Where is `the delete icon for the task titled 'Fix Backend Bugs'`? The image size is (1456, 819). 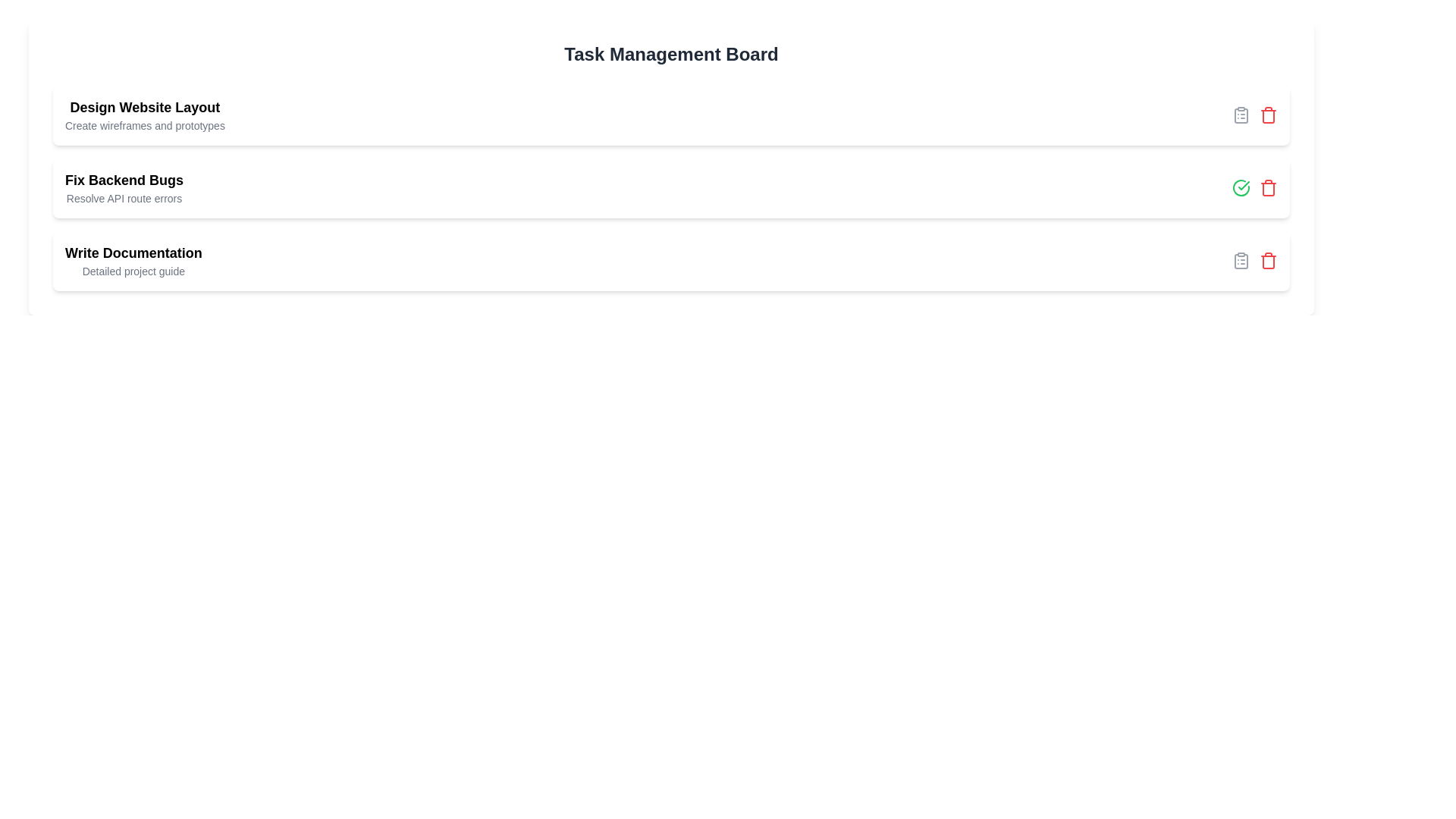
the delete icon for the task titled 'Fix Backend Bugs' is located at coordinates (1269, 187).